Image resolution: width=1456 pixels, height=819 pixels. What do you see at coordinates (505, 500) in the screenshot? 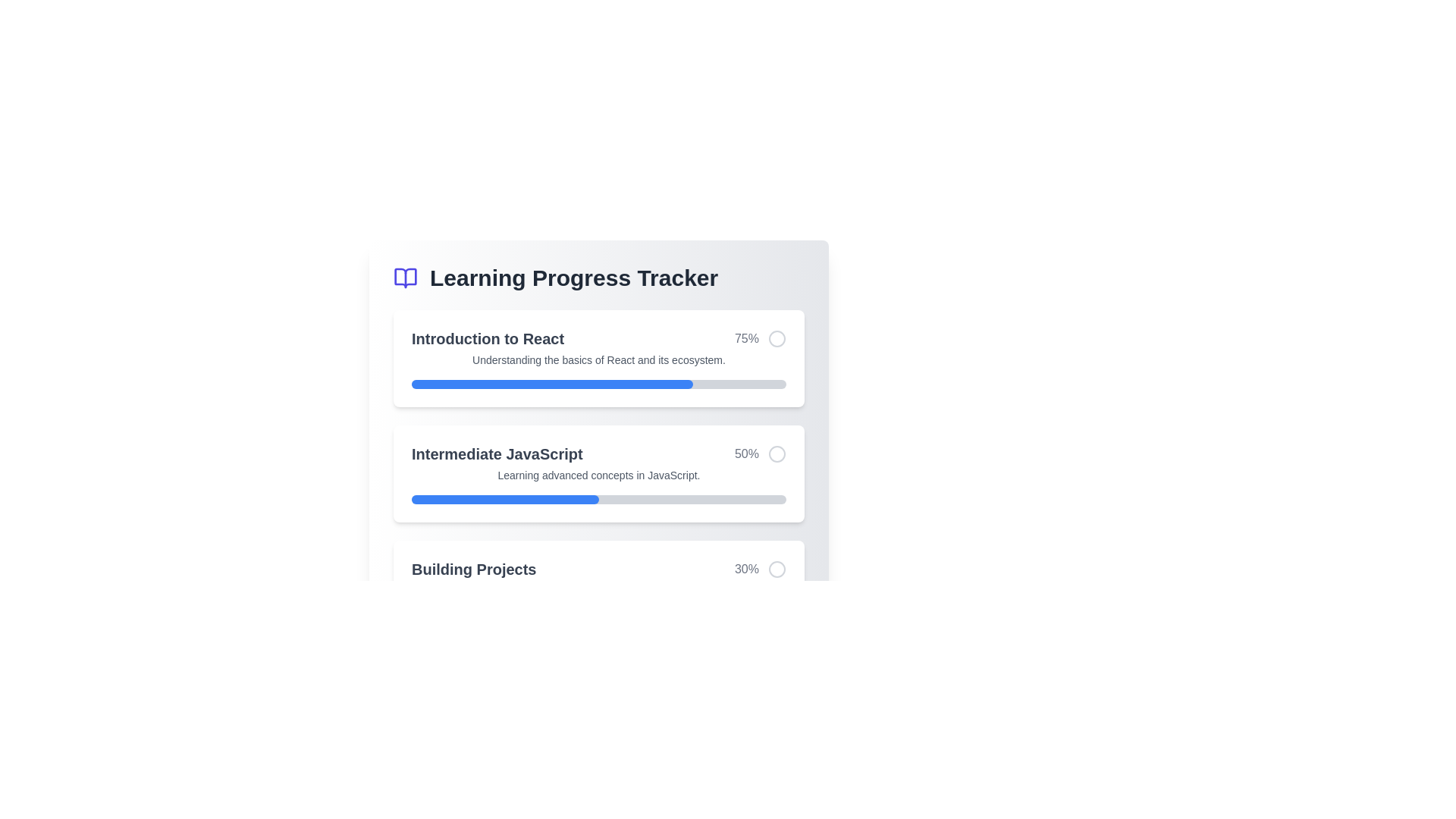
I see `the progress indicator bar labeled 'Intermediate JavaScript', which visually represents a completion percentage of 50% and is located below the 'Introduction to React' progress bar` at bounding box center [505, 500].